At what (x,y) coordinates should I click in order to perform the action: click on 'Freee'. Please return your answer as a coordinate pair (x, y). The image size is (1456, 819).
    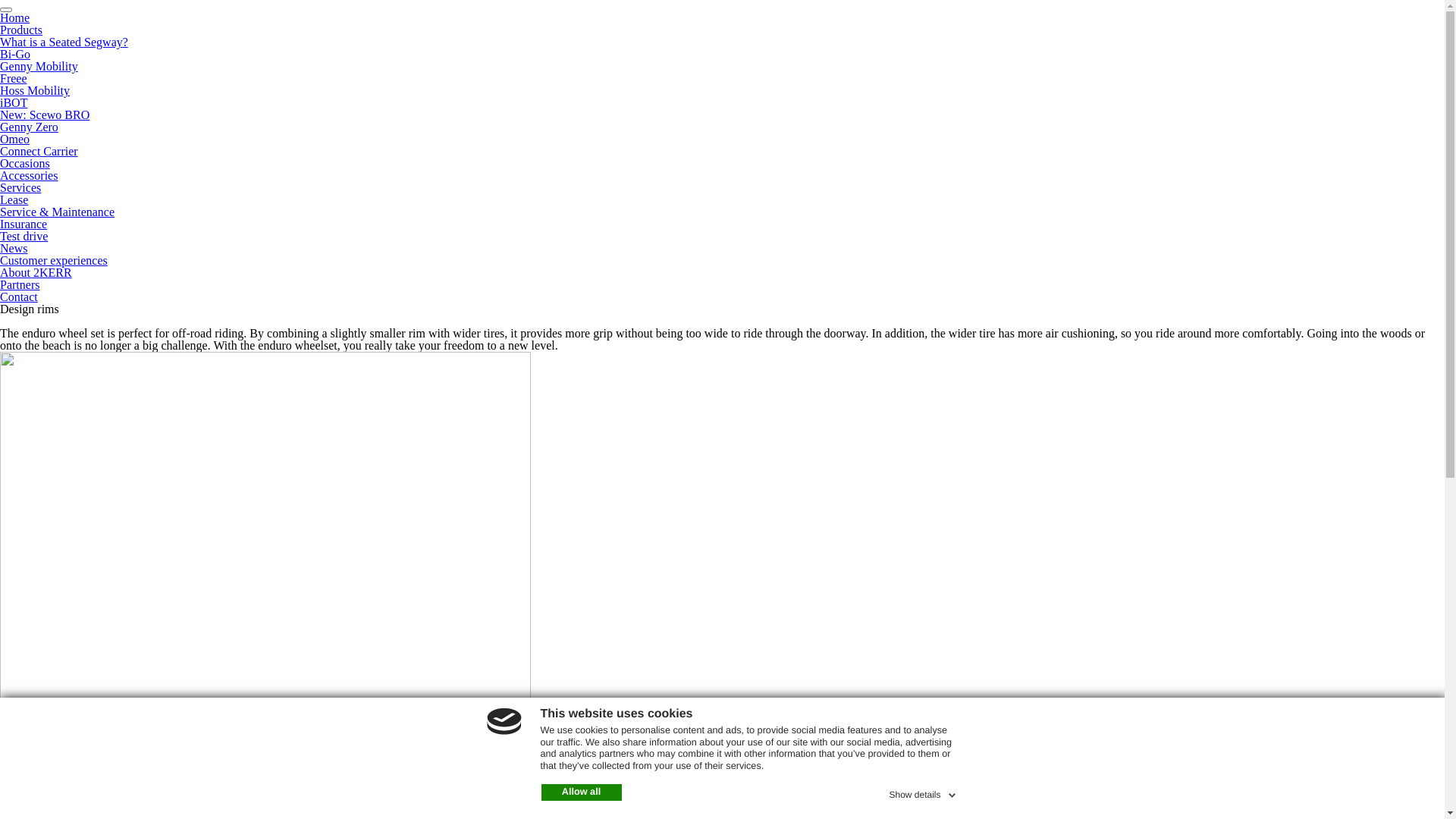
    Looking at the image, I should click on (14, 78).